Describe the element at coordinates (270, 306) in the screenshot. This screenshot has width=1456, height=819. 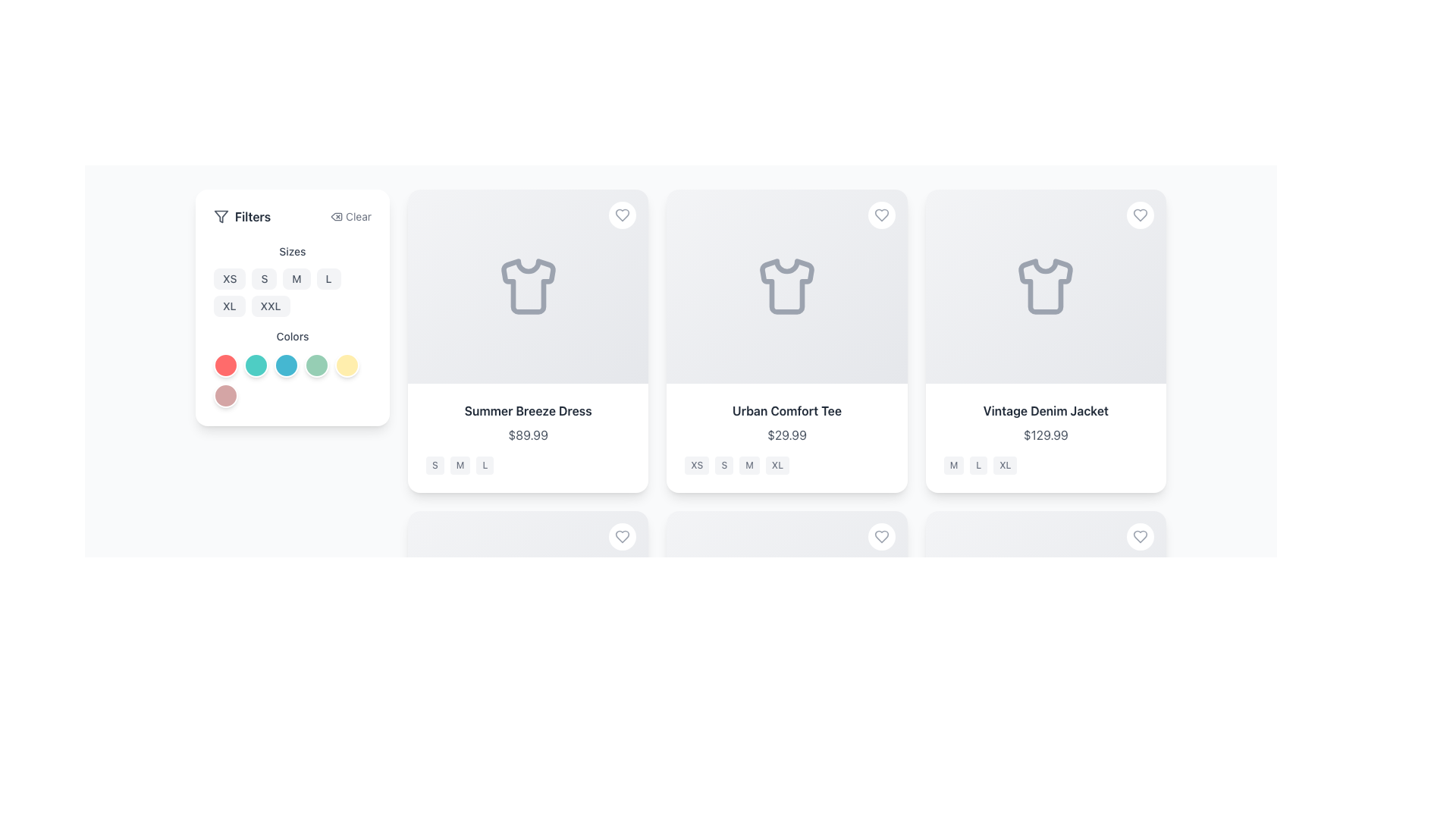
I see `the XXL size filter button located beneath the 'Sizes' header` at that location.